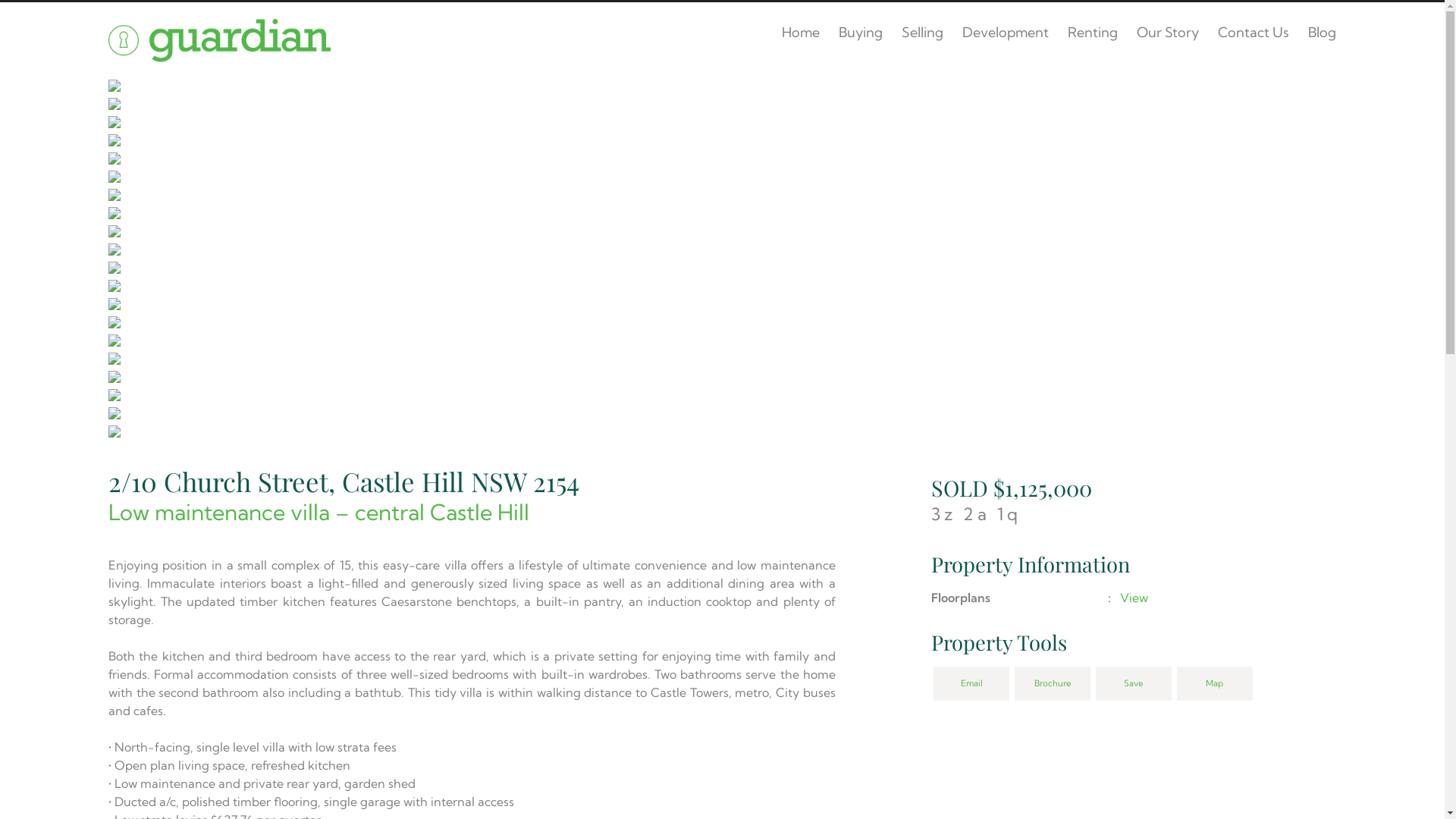 The width and height of the screenshot is (1456, 819). Describe the element at coordinates (1218, 32) in the screenshot. I see `'Contact Us'` at that location.